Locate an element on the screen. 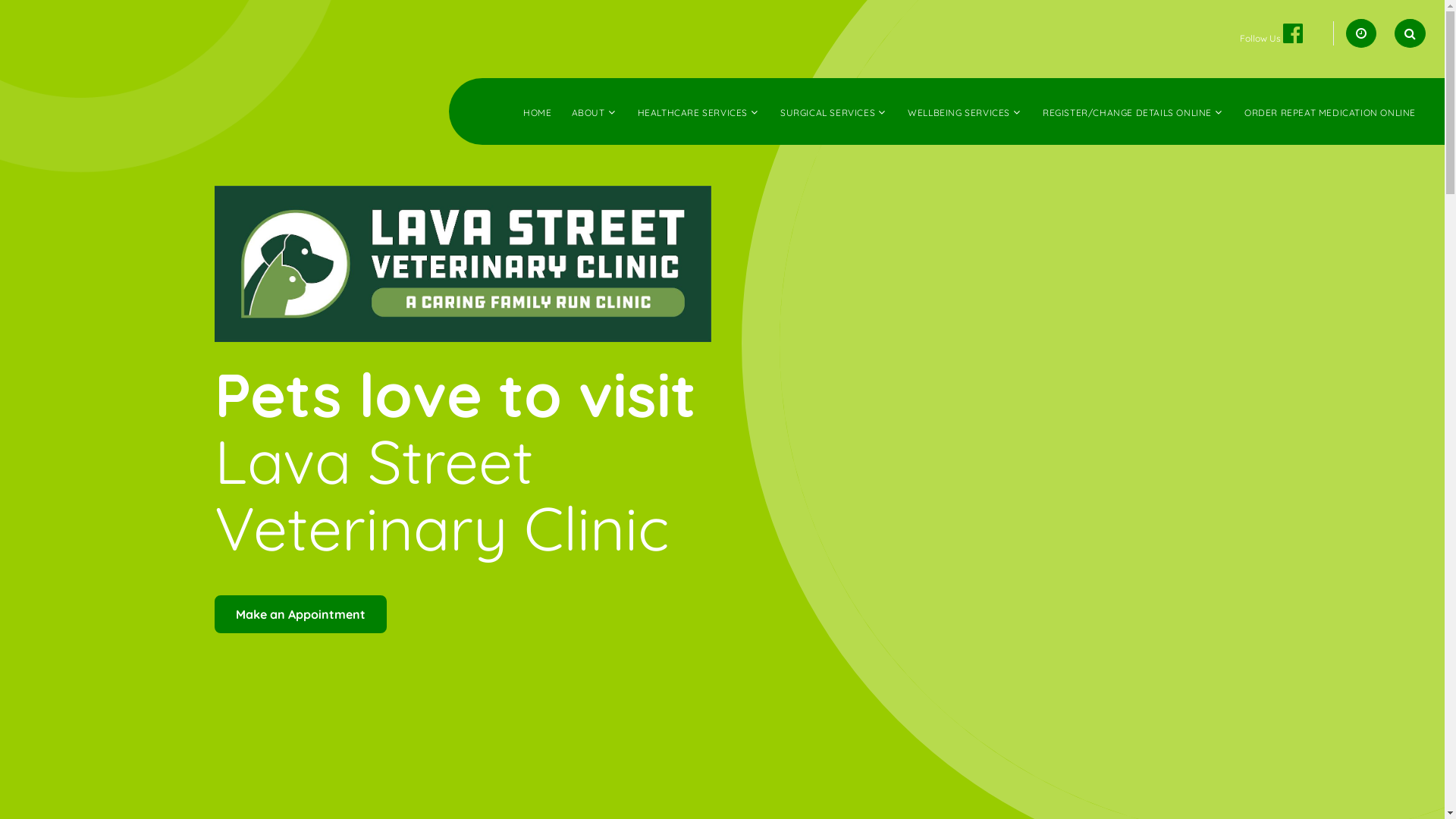 This screenshot has width=1456, height=819. 'Make an Appointment' is located at coordinates (300, 614).